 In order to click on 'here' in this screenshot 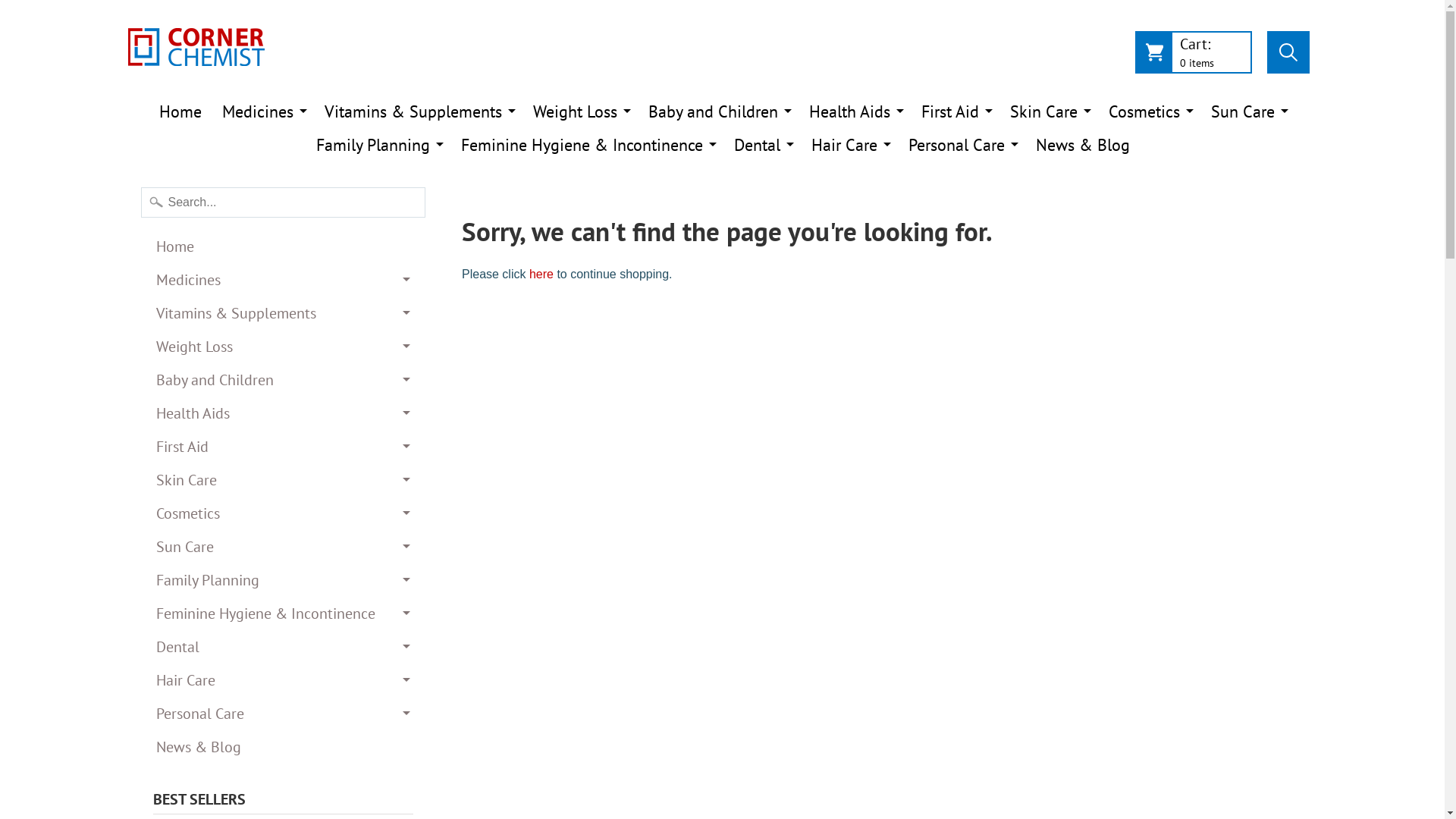, I will do `click(529, 274)`.